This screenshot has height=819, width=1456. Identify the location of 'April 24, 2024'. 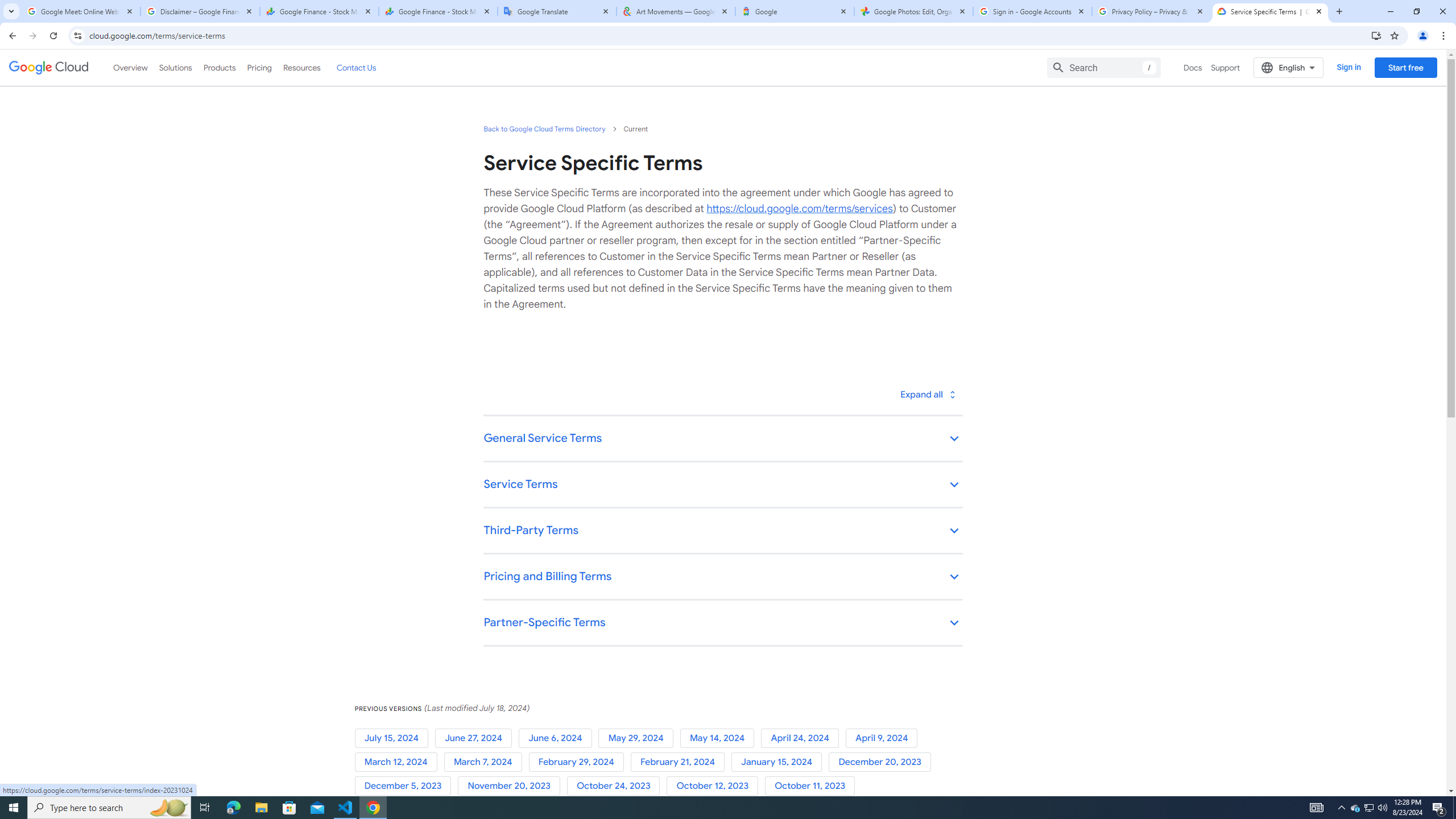
(804, 738).